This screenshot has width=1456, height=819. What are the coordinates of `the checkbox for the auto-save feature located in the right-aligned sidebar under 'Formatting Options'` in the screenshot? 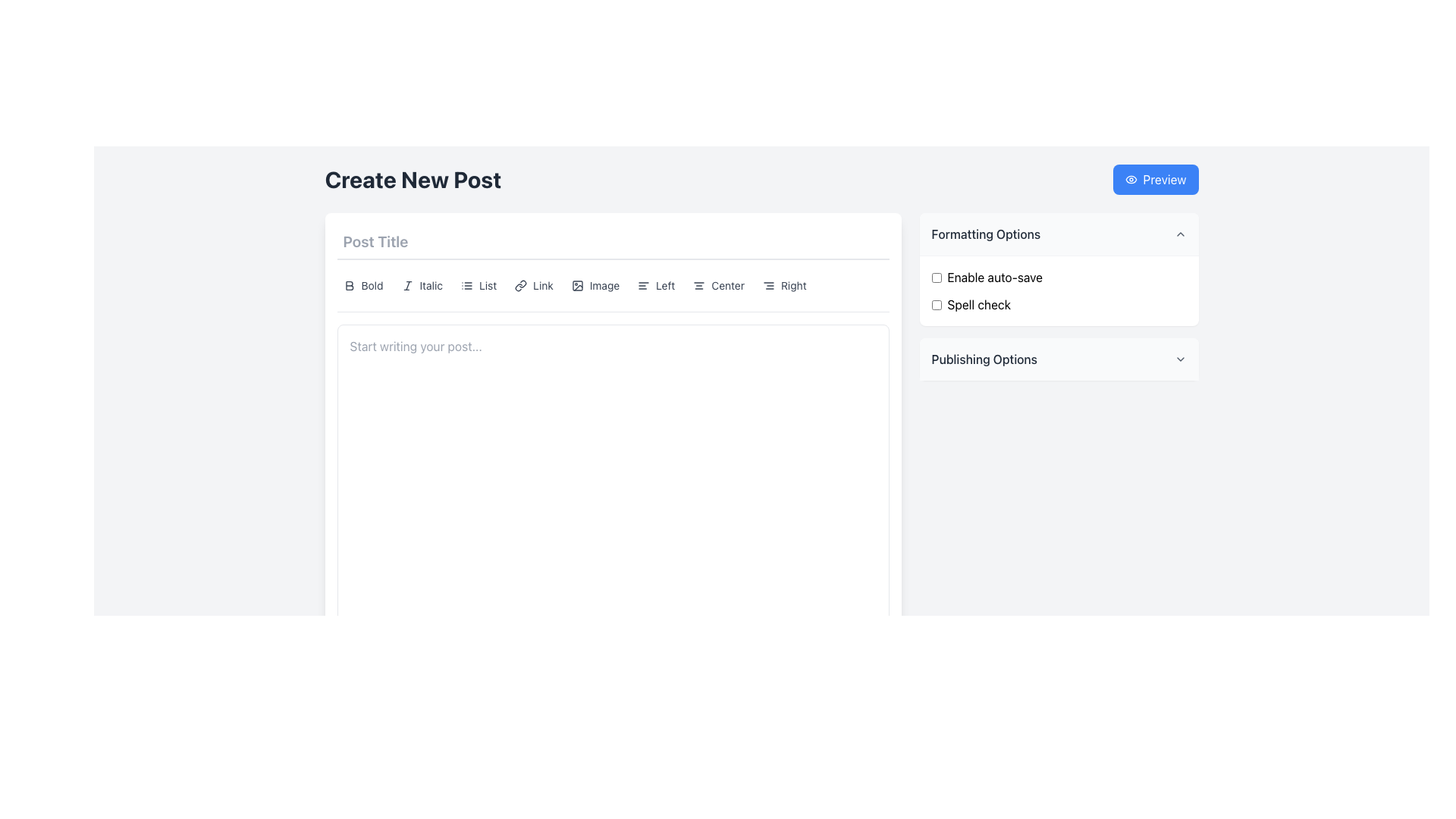 It's located at (1058, 278).